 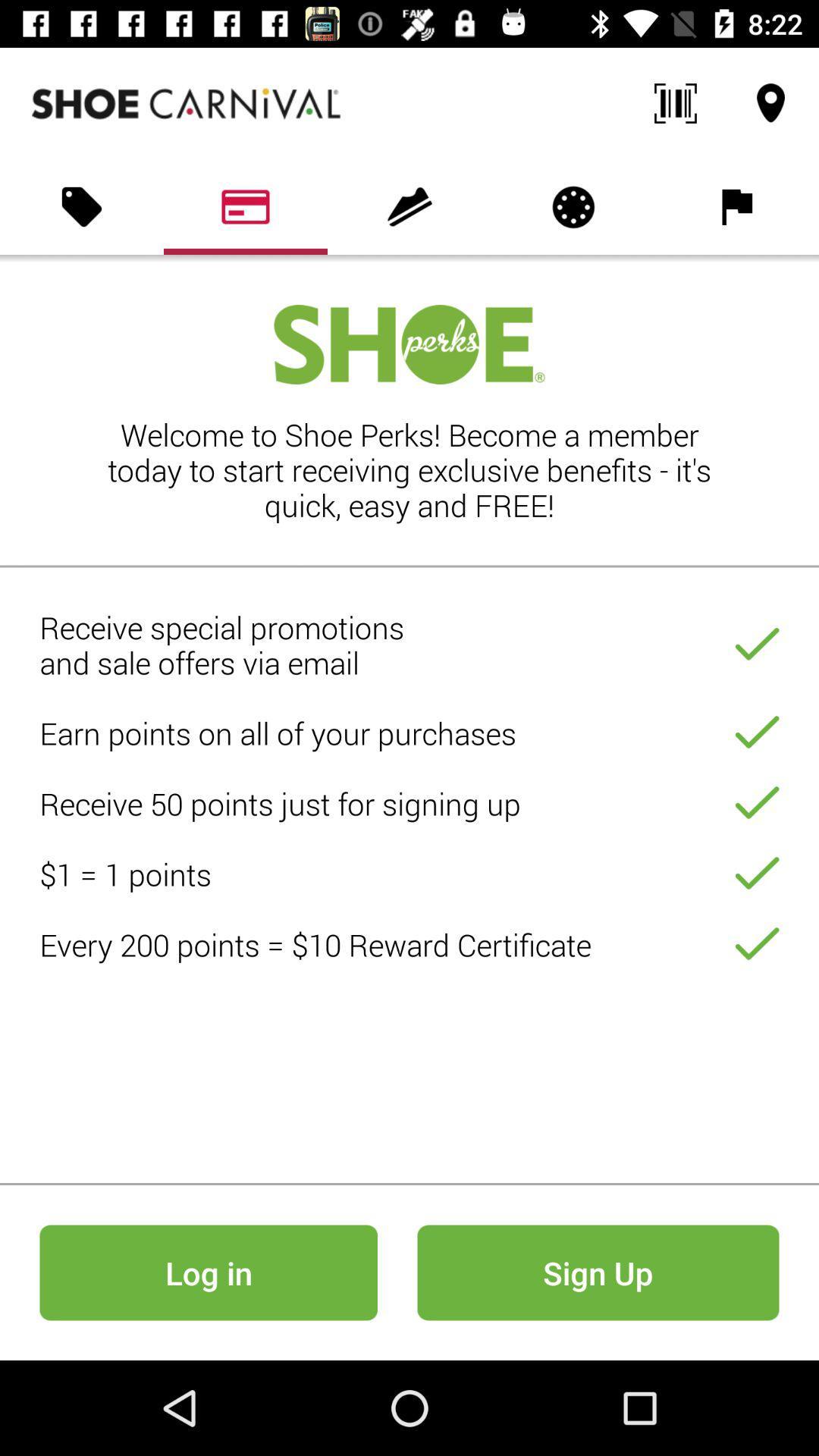 I want to click on the option news feed which is after tag option, so click(x=245, y=206).